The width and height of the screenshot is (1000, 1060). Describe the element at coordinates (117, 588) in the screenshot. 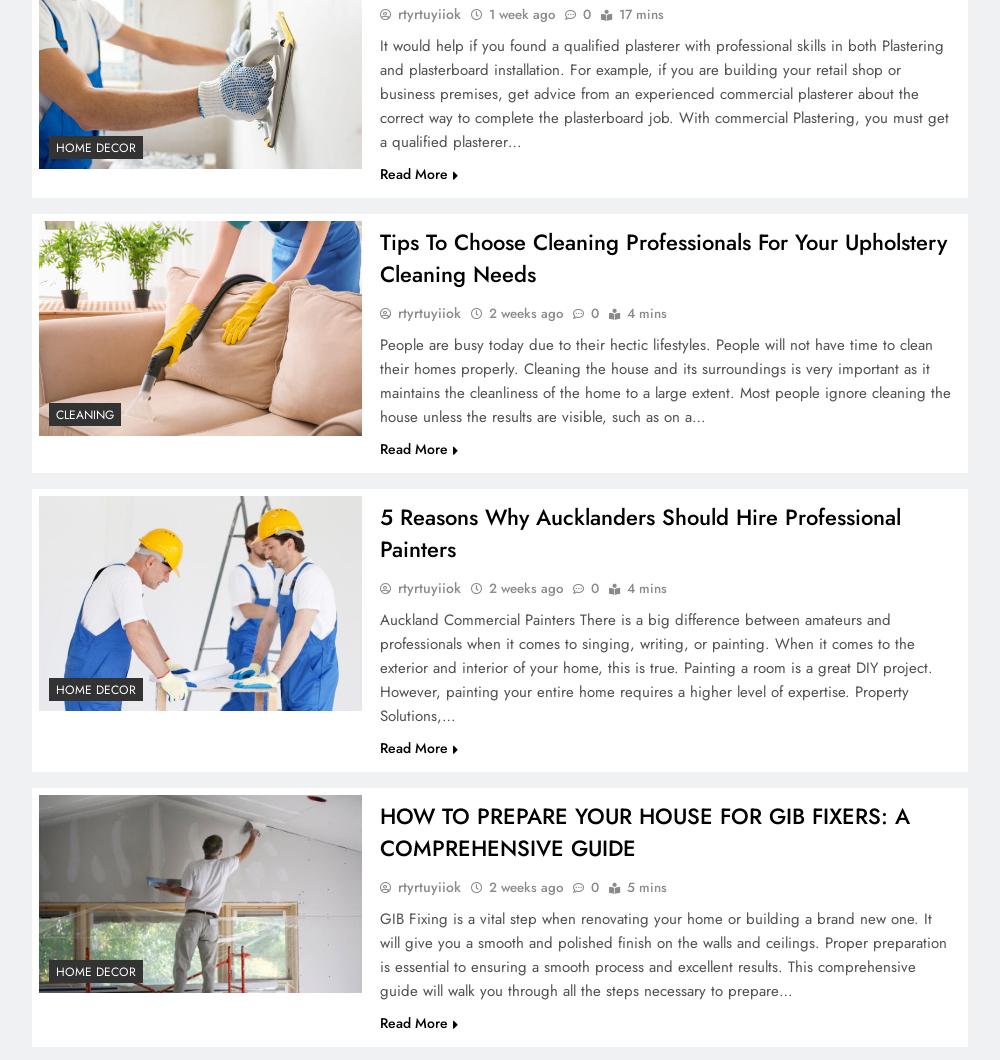

I see `'Recent Posts'` at that location.